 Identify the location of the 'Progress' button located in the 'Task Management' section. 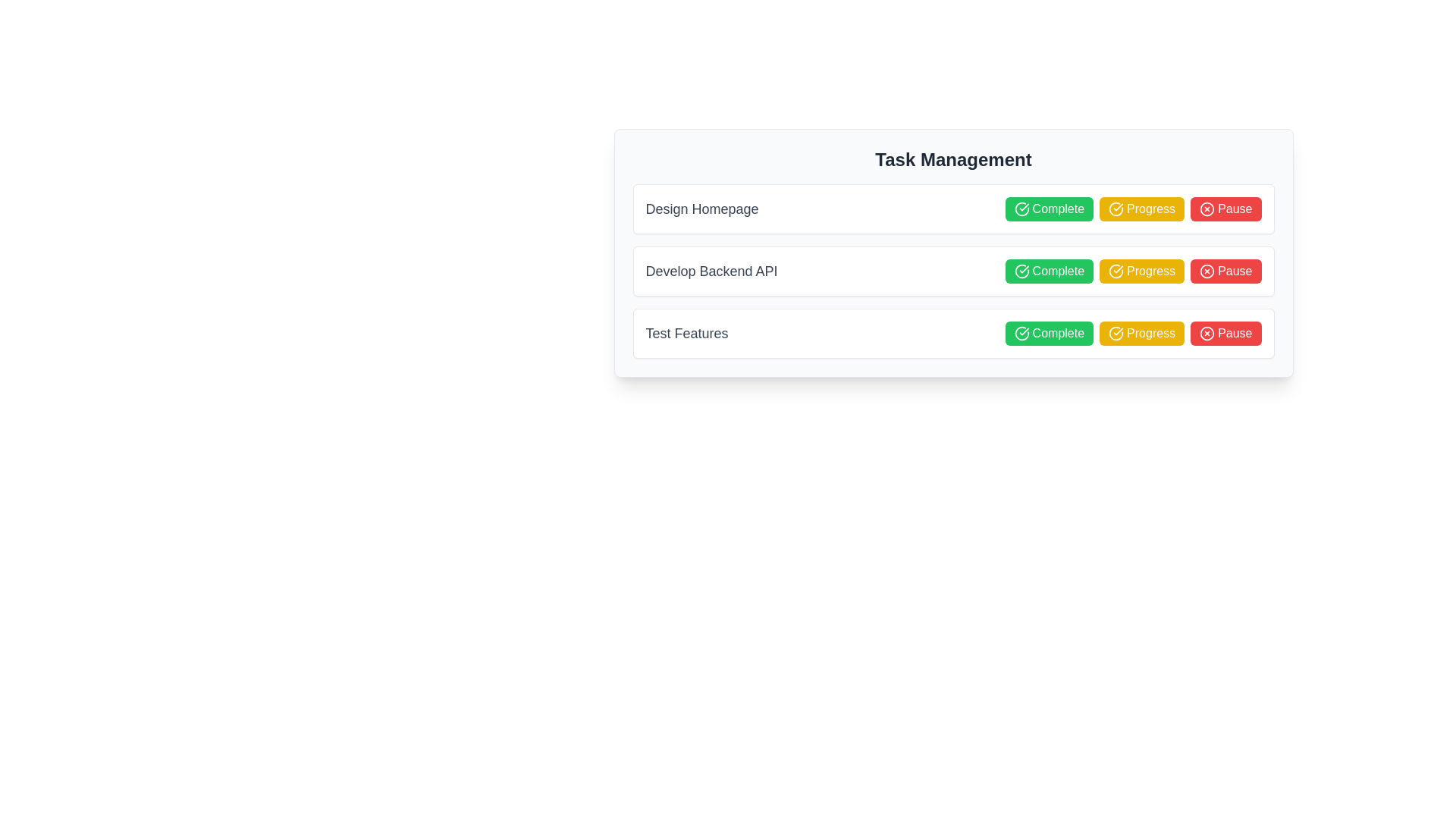
(1142, 332).